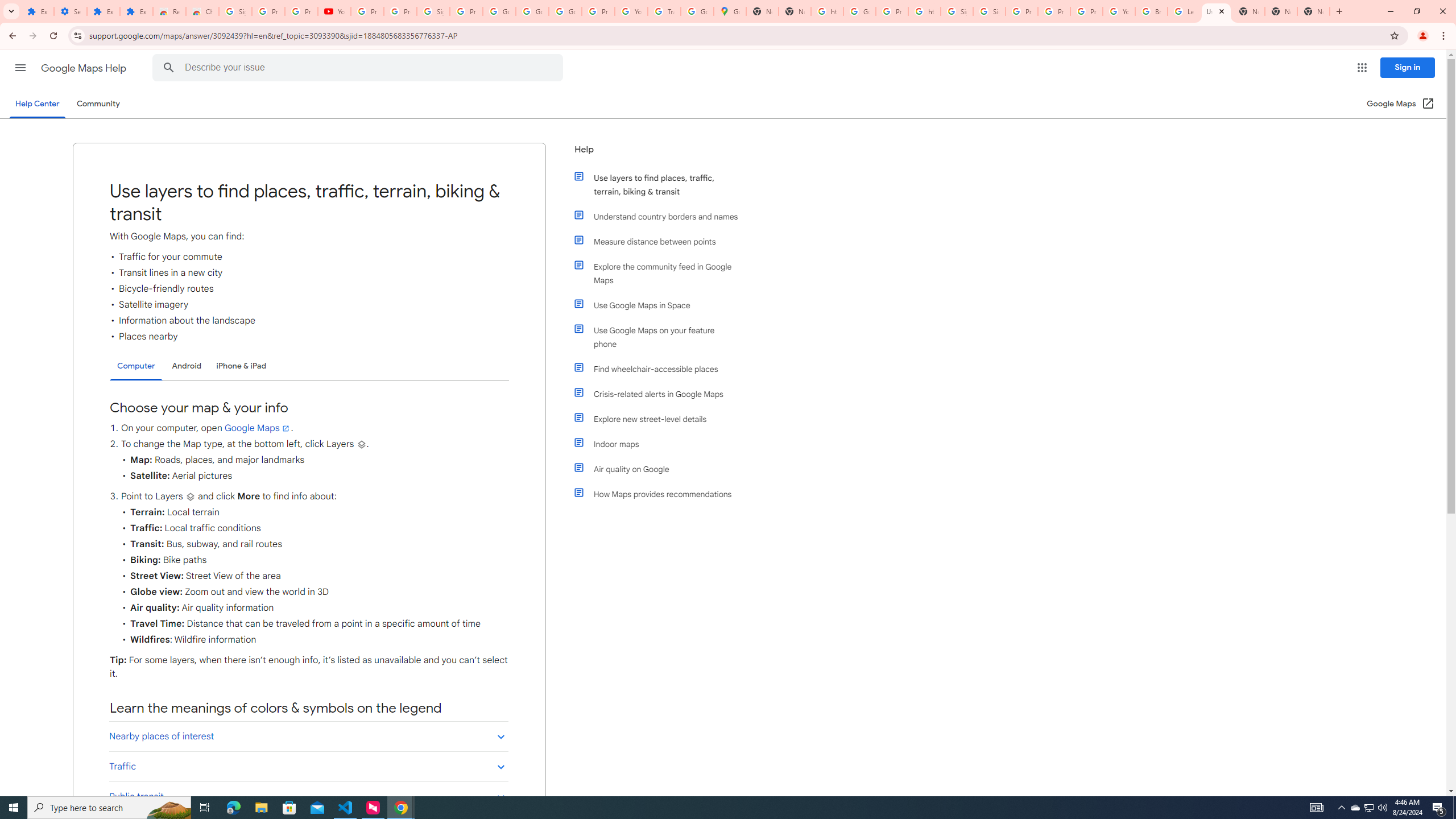  I want to click on 'Main menu', so click(19, 67).